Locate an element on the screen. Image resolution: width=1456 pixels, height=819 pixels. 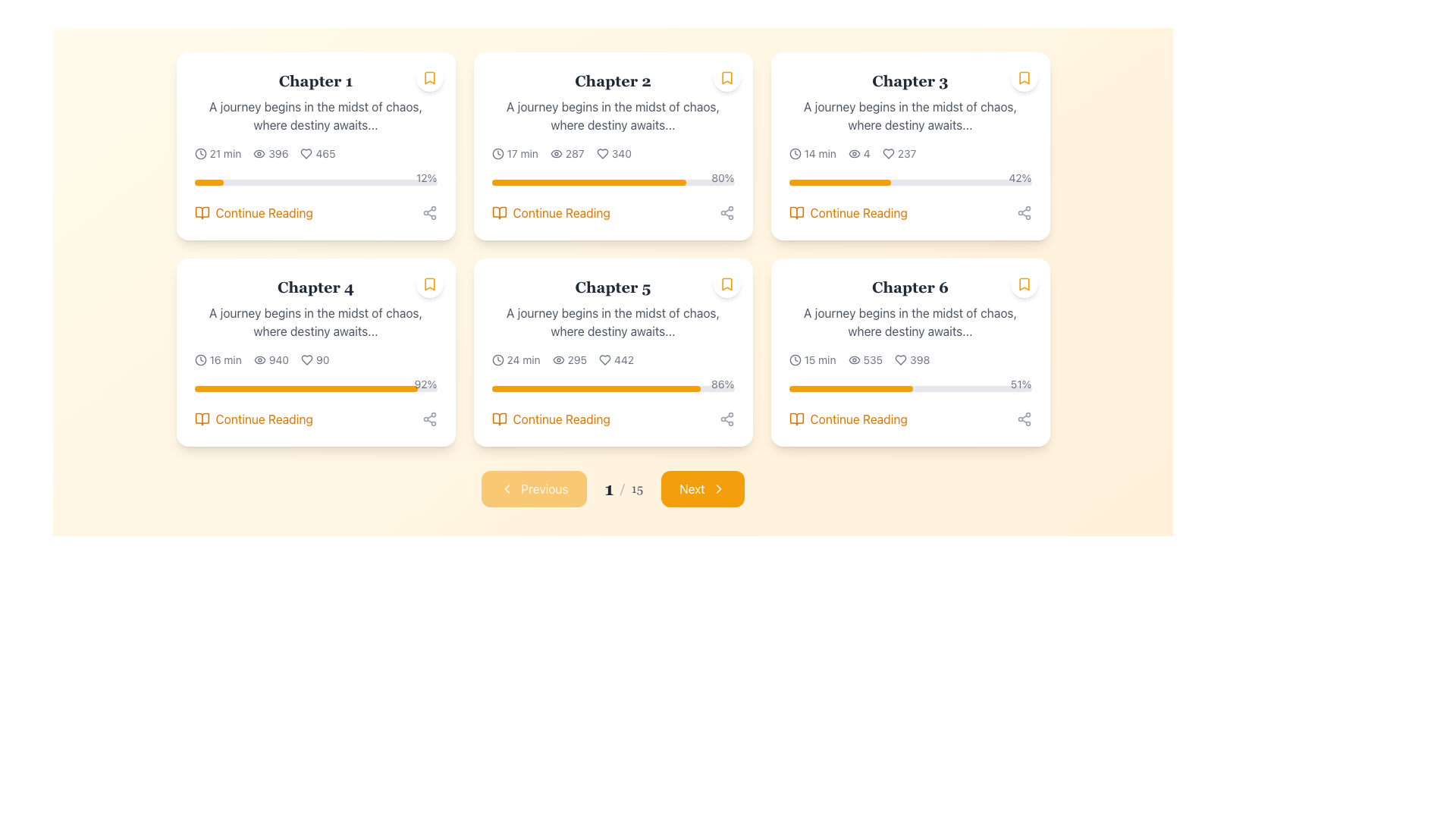
the heart-shaped icon located in the bottom-right quadrant of the Chapter 6 card, specifically to the left of the numeric indicator showing '398' is located at coordinates (901, 359).